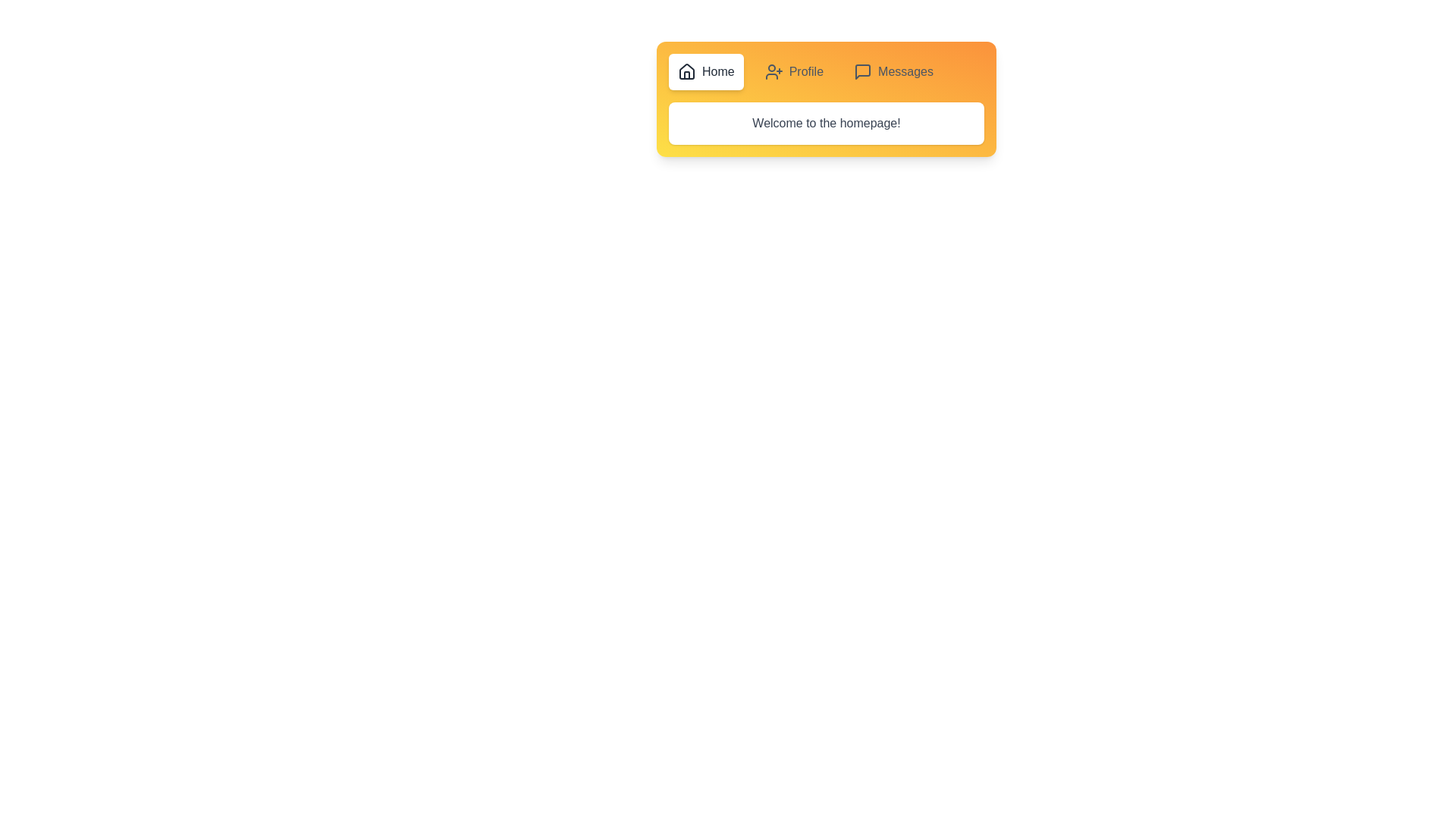  Describe the element at coordinates (705, 72) in the screenshot. I see `the Home tab by clicking on its respective button` at that location.